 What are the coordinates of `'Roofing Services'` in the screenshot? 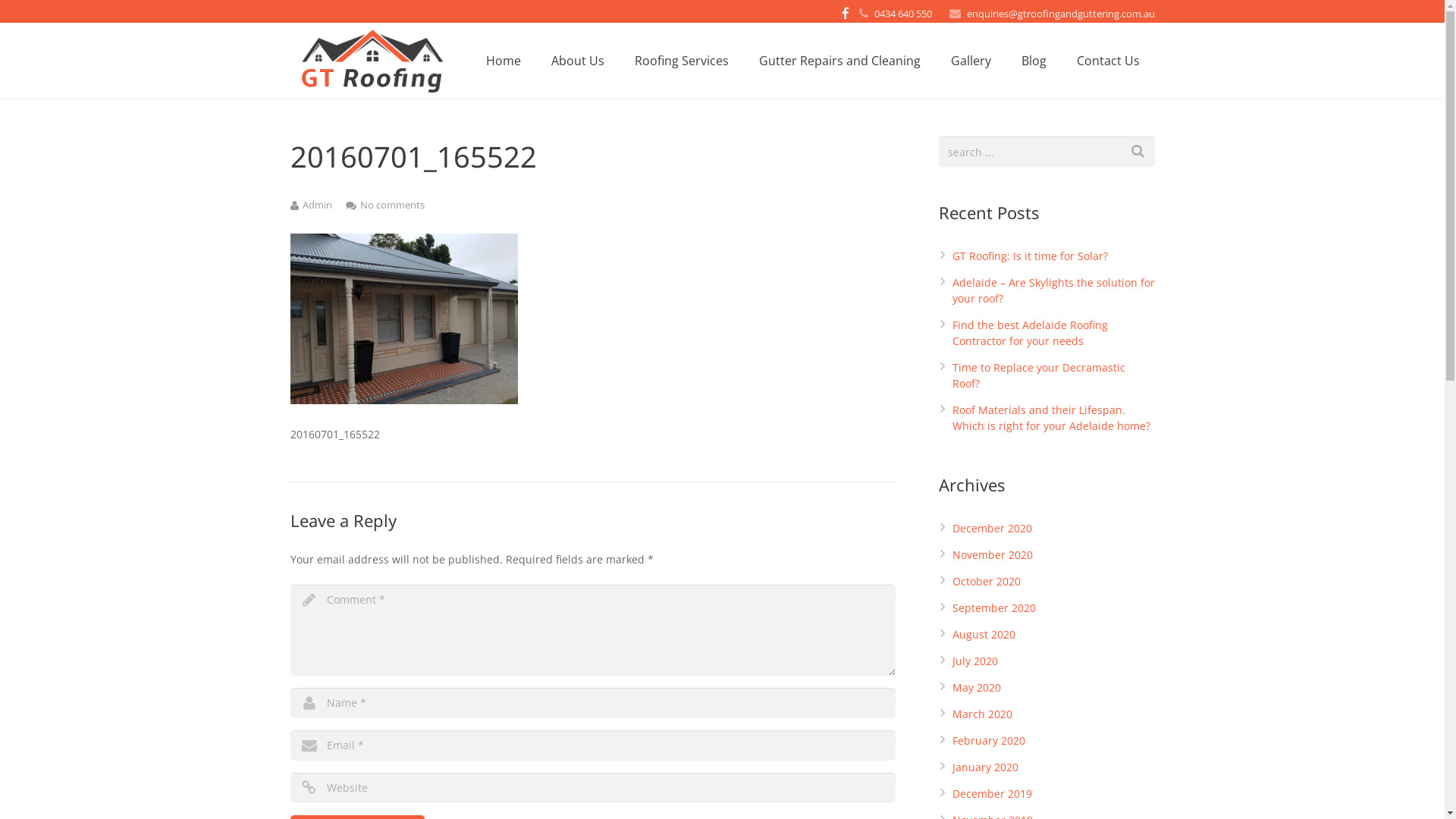 It's located at (679, 60).